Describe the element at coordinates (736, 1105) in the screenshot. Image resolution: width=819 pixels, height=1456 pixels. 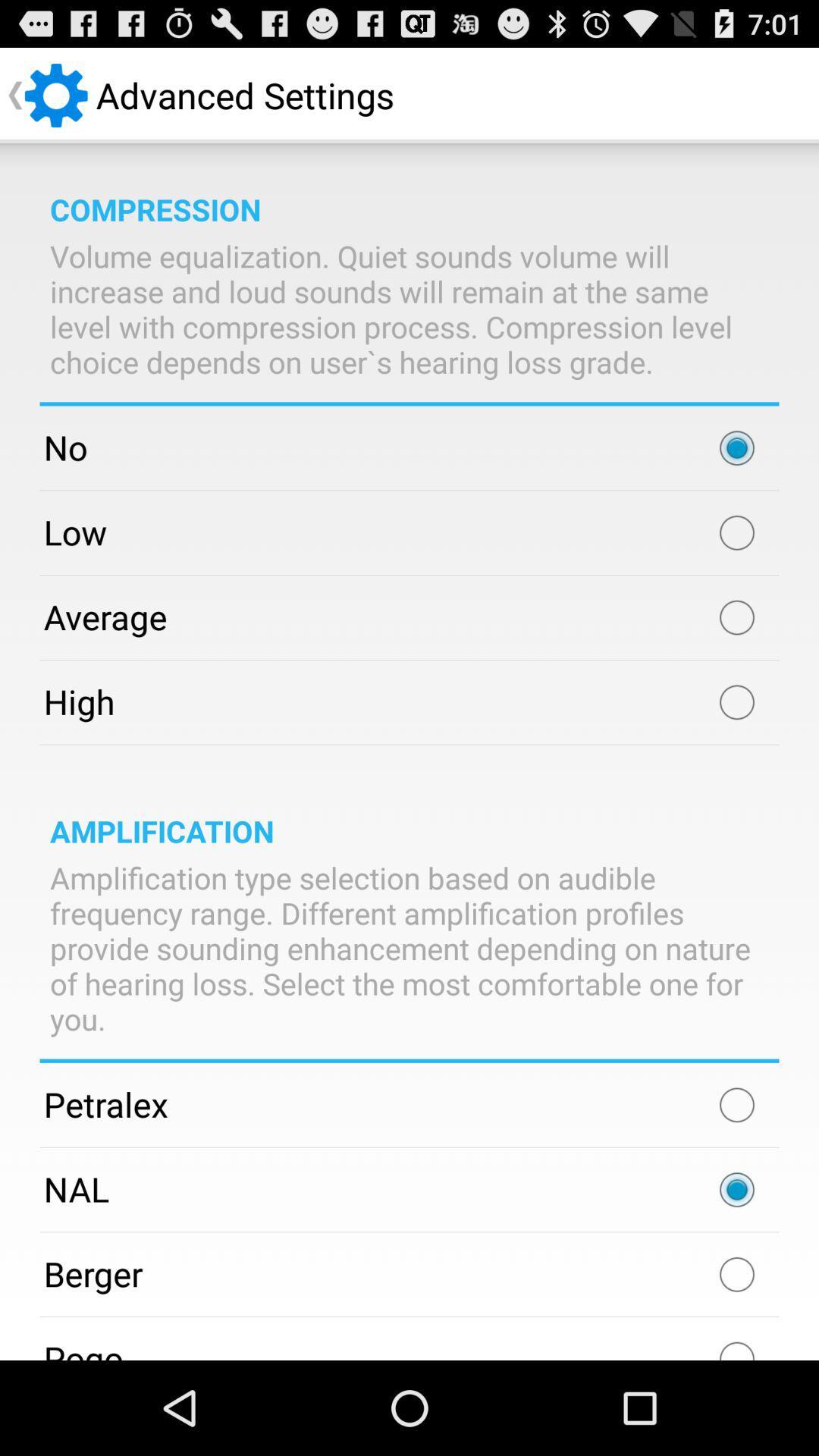
I see `the icon next to the petralex app` at that location.